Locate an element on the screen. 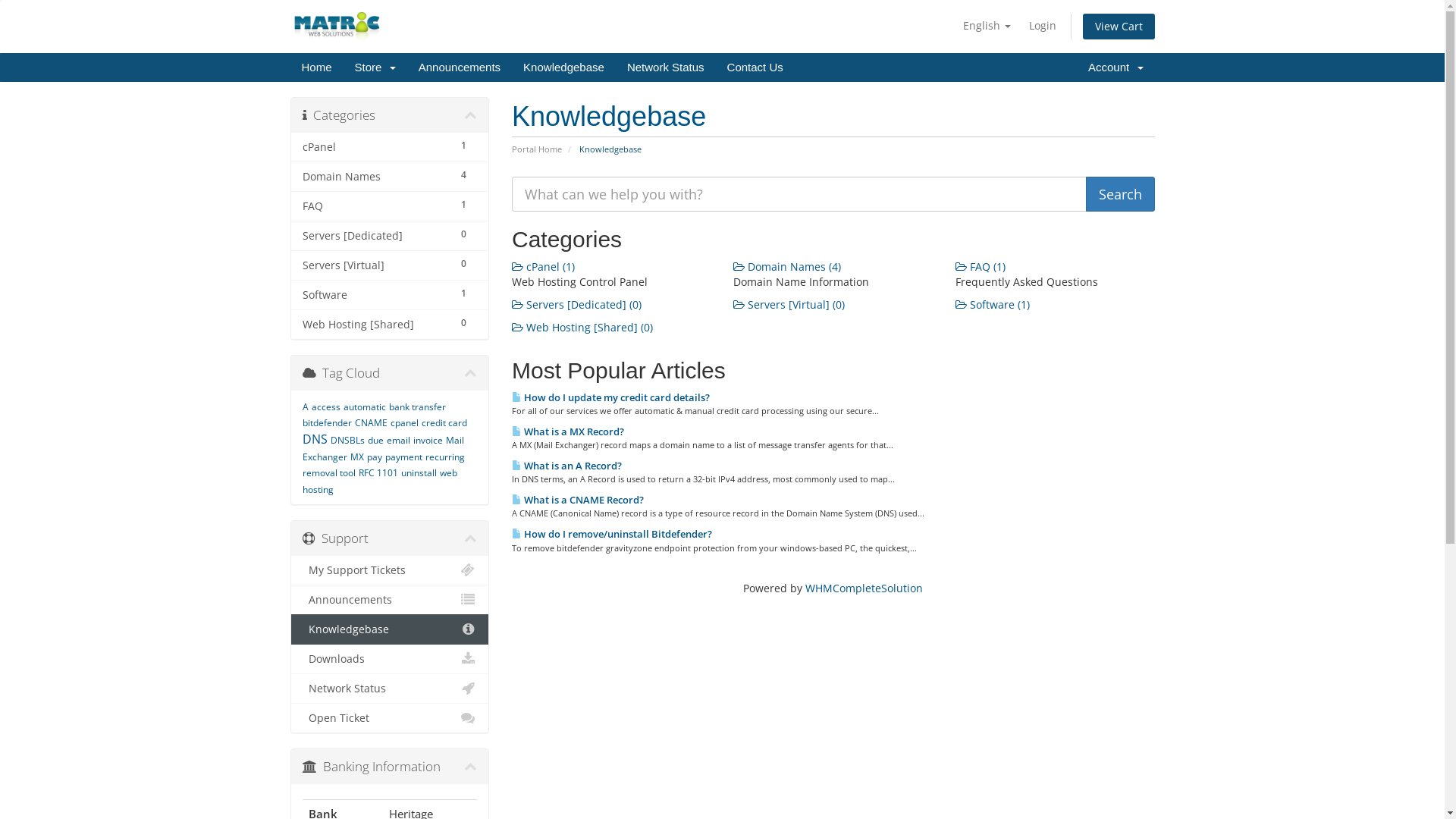  'Servers [Dedicated] (0)' is located at coordinates (576, 304).